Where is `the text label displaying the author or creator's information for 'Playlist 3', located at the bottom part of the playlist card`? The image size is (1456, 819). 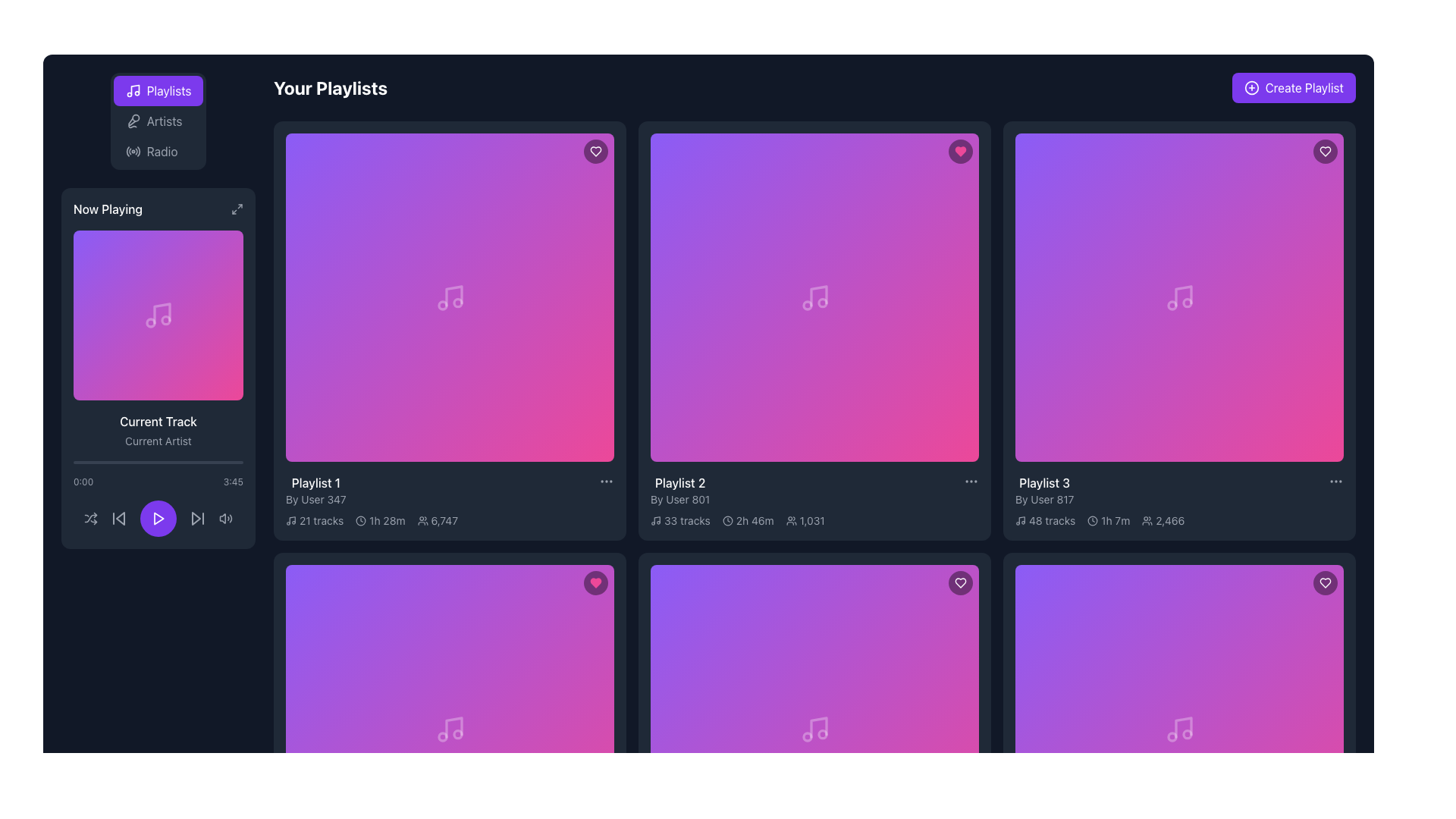 the text label displaying the author or creator's information for 'Playlist 3', located at the bottom part of the playlist card is located at coordinates (1043, 500).